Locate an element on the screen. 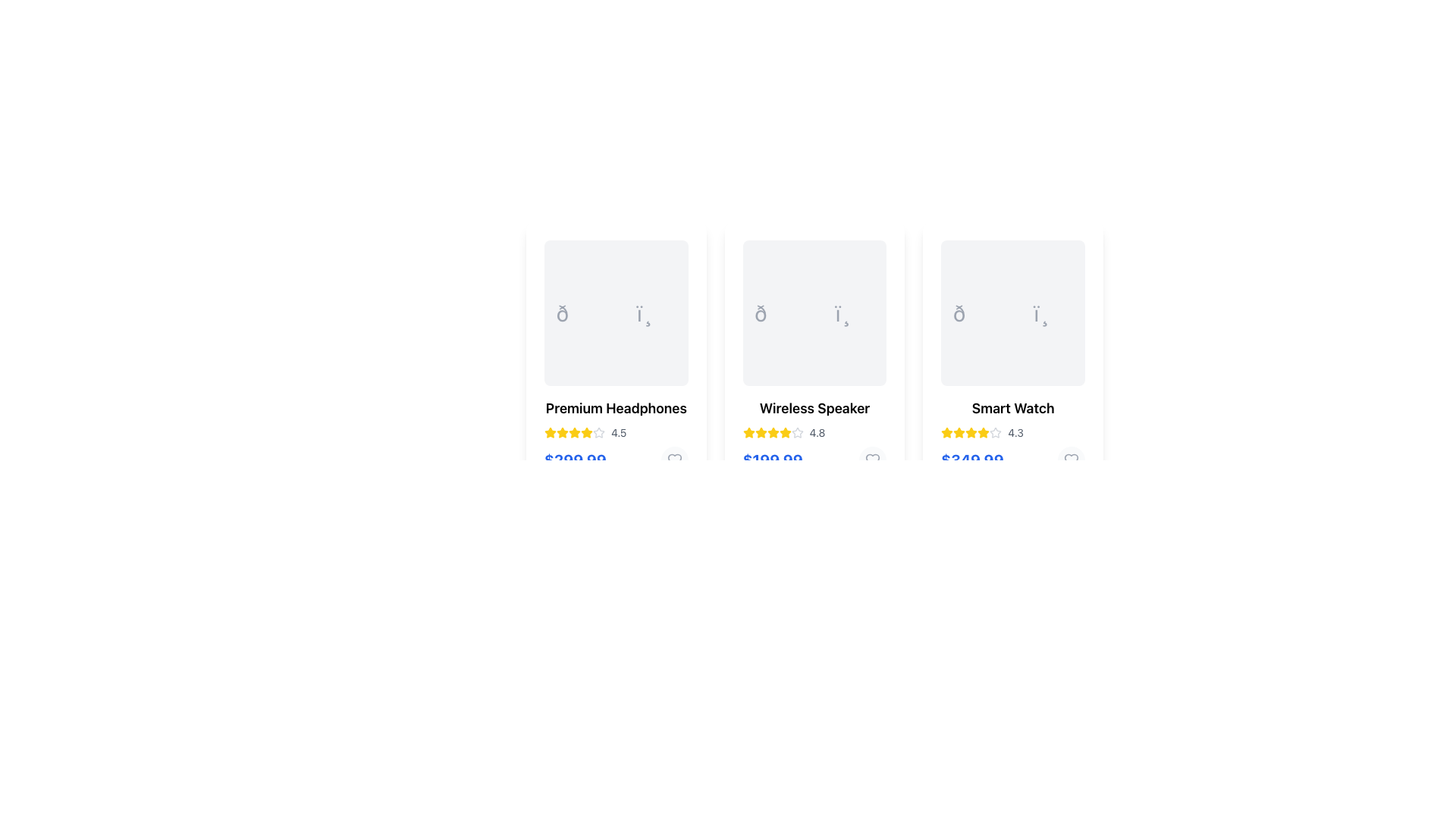 The width and height of the screenshot is (1456, 819). the star icon representing the rating value for the 'Smart Watch' product located in the center-right section of the third product card is located at coordinates (984, 432).